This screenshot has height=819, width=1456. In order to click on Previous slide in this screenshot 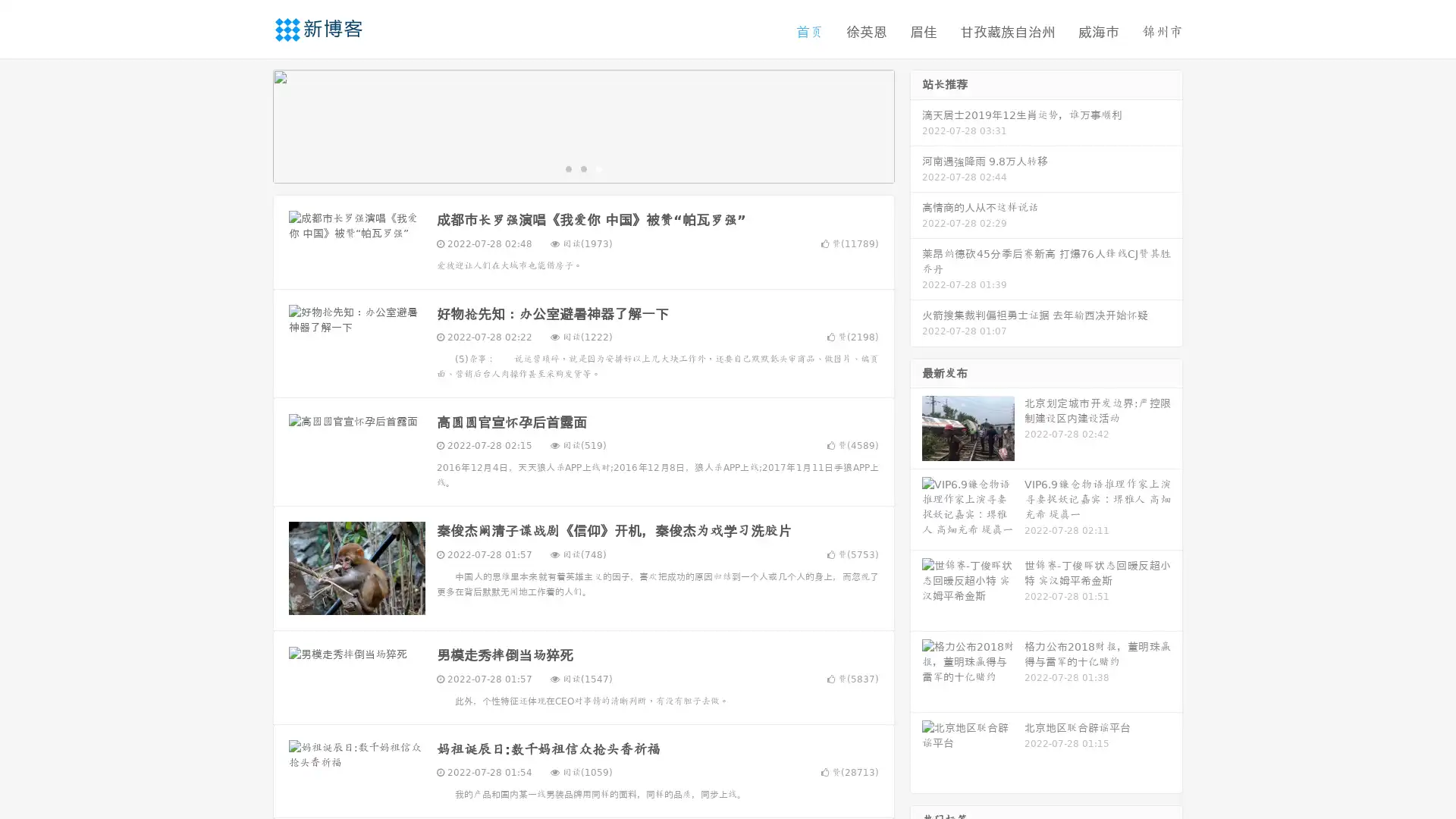, I will do `click(250, 127)`.